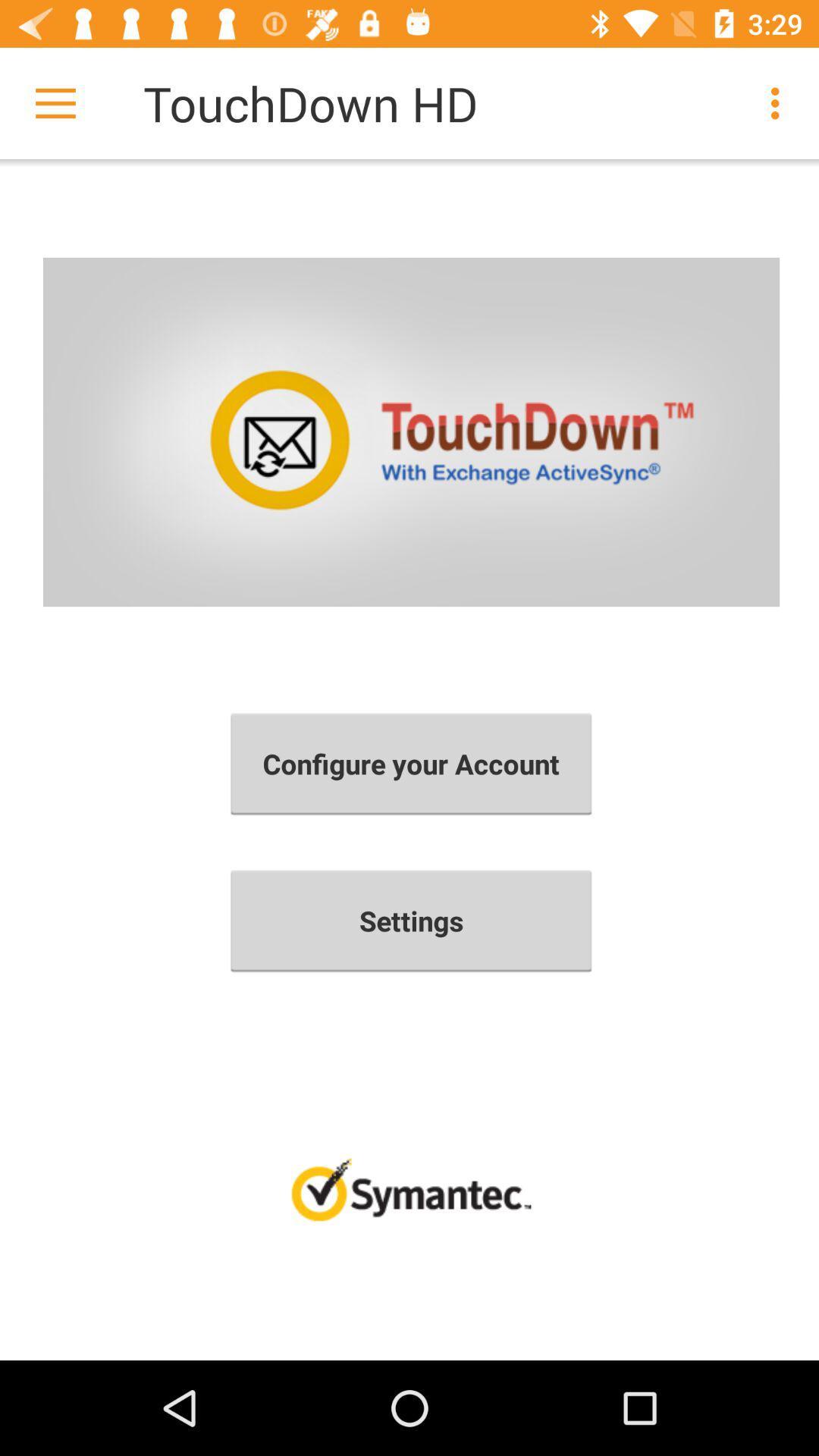 Image resolution: width=819 pixels, height=1456 pixels. I want to click on the icon above the settings item, so click(411, 764).